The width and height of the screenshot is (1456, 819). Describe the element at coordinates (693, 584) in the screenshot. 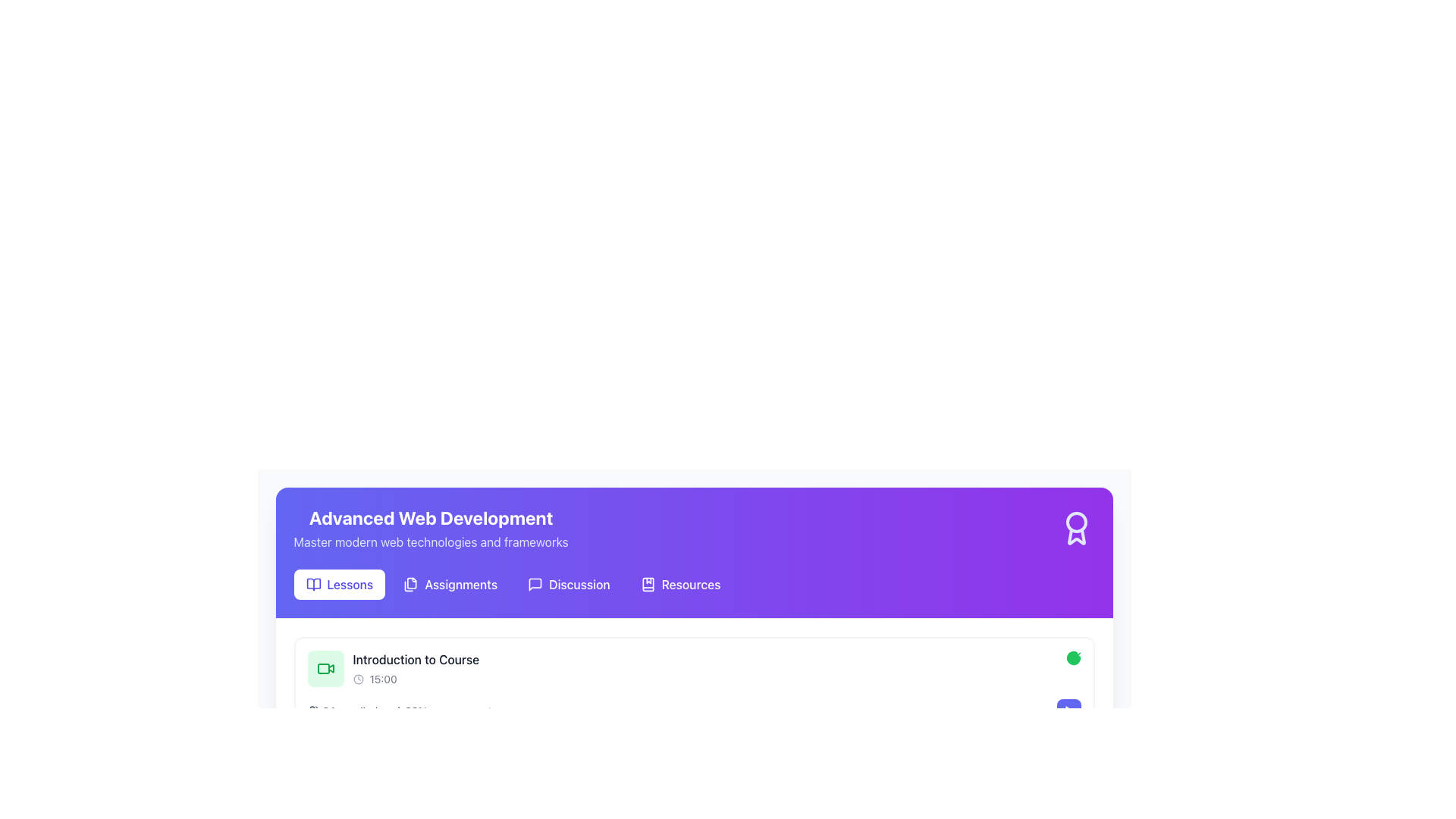

I see `the 'Resources' label in the Navigation bar located at the bottom of the 'Advanced Web Development' header section` at that location.